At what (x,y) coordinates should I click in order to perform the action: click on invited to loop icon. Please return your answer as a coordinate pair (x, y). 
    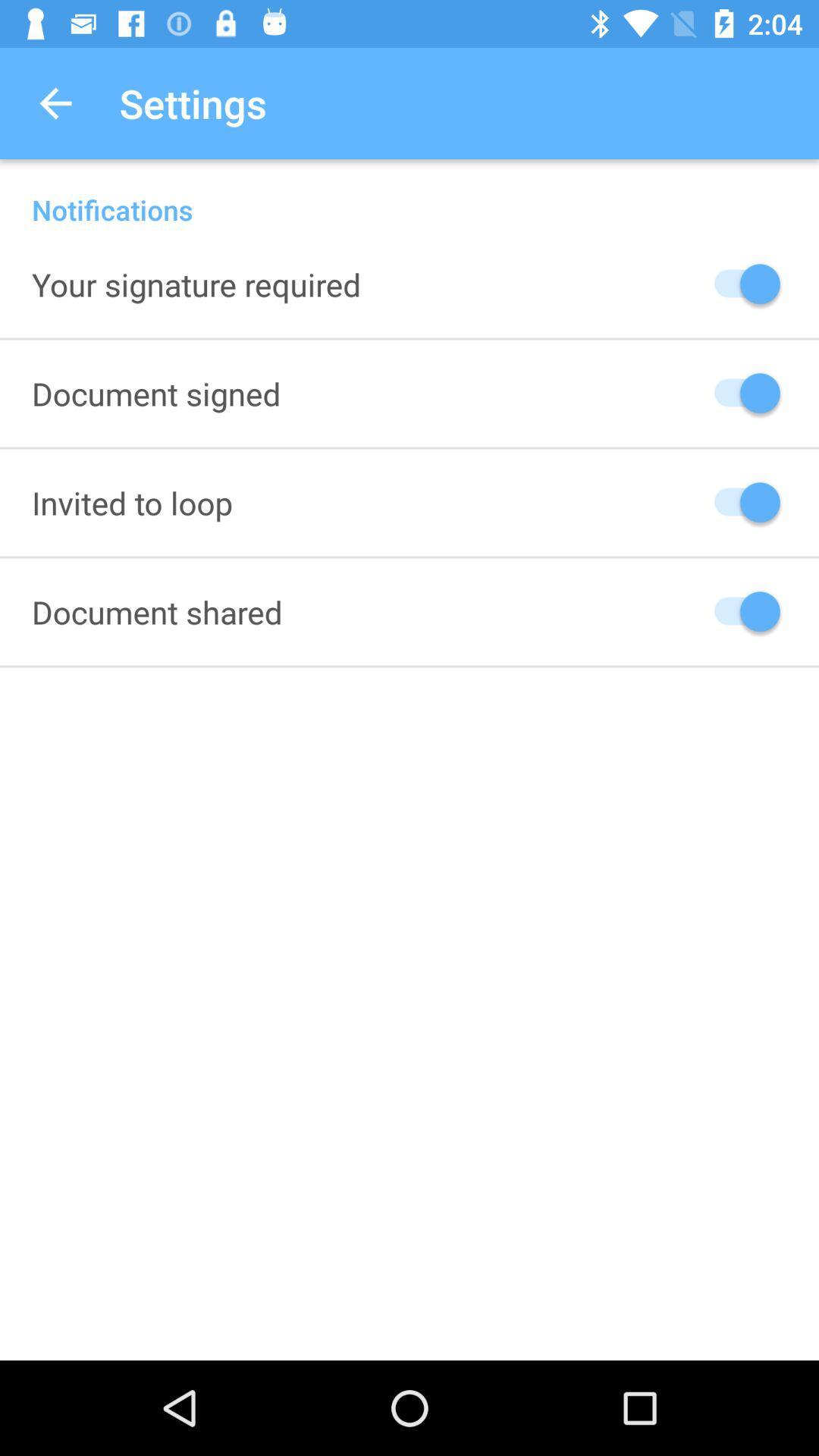
    Looking at the image, I should click on (131, 502).